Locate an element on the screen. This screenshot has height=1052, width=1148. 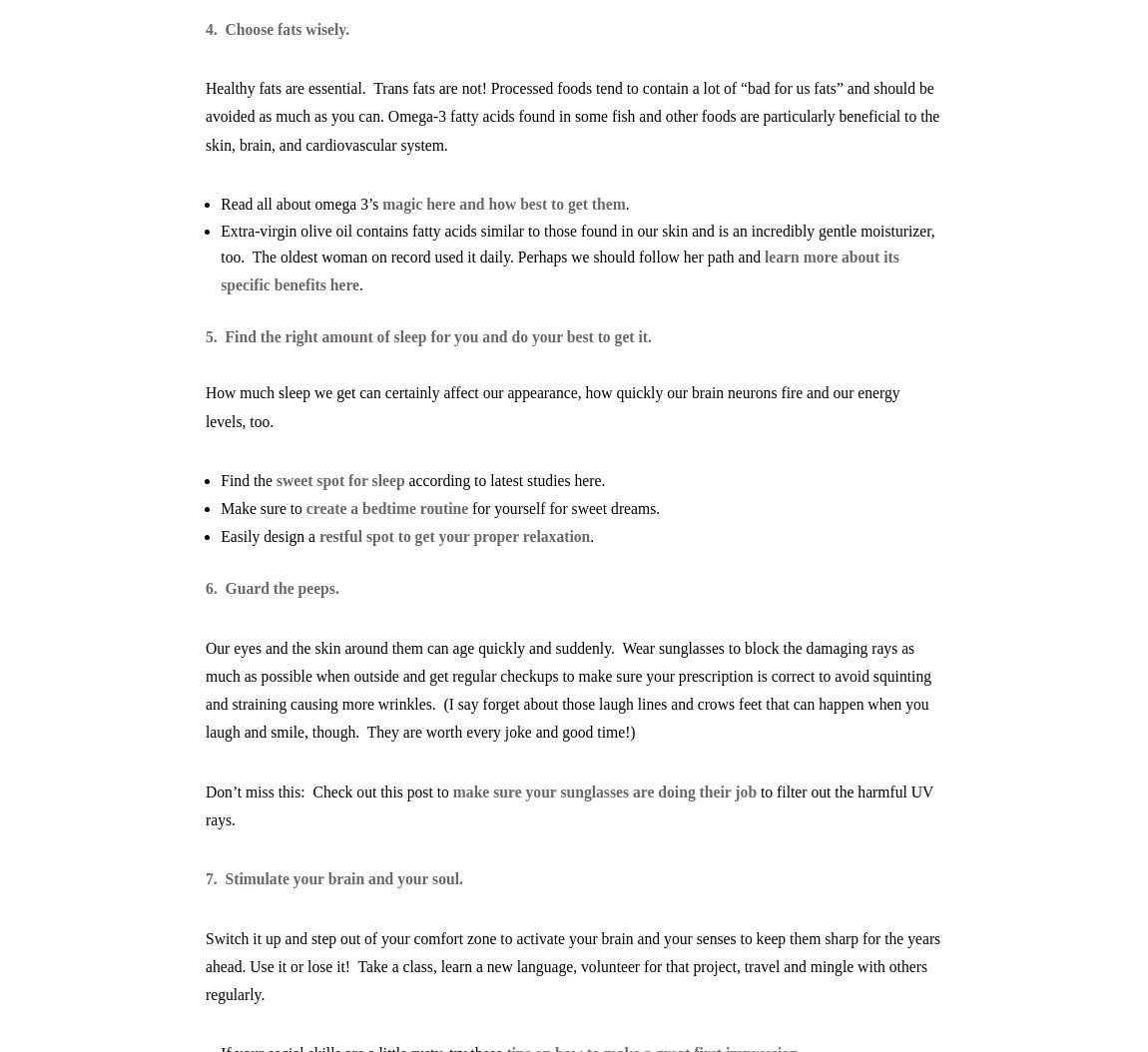
'6.  Guard the peeps.' is located at coordinates (270, 587).